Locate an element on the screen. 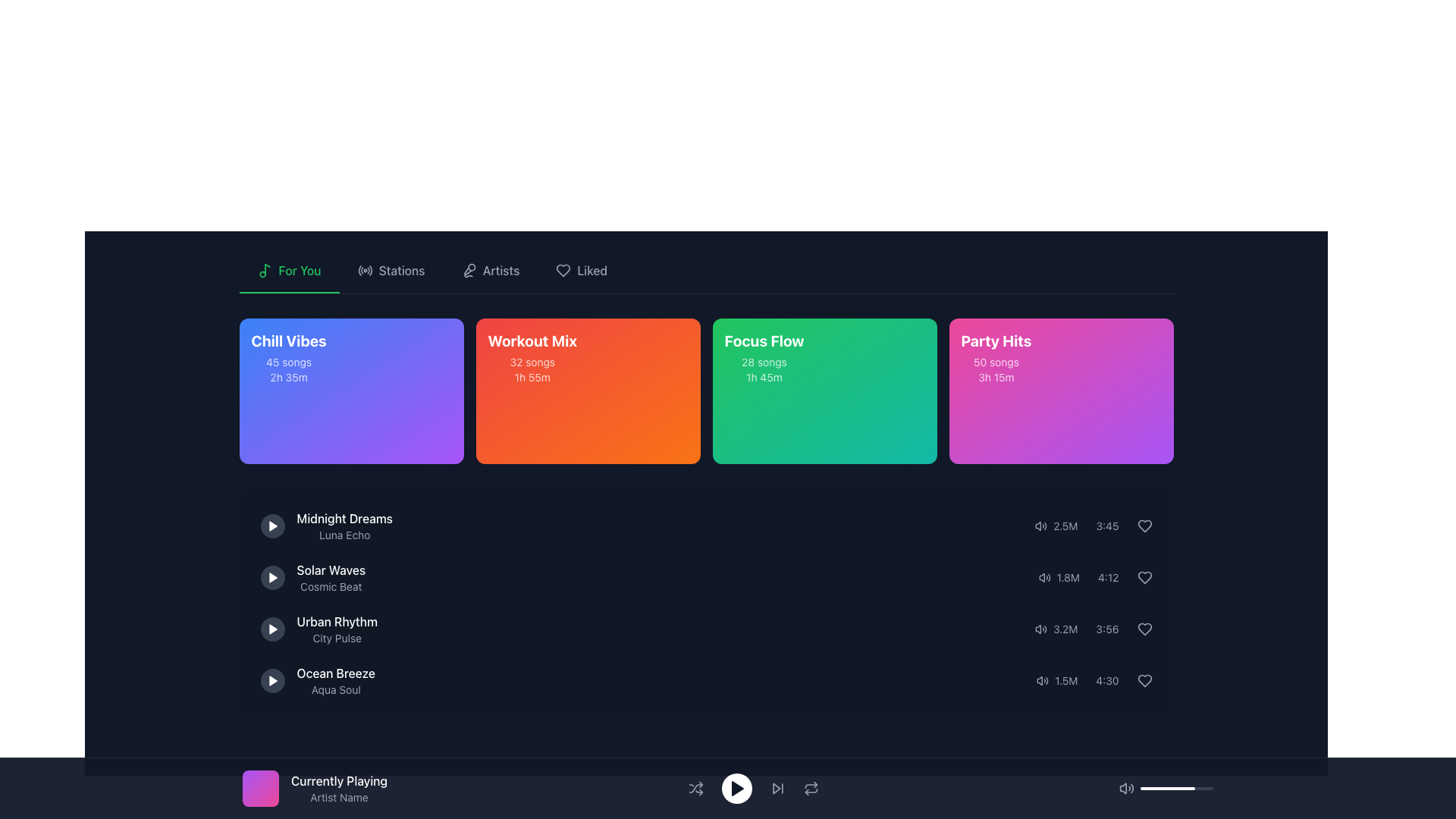 This screenshot has width=1456, height=819. slider value is located at coordinates (1144, 788).